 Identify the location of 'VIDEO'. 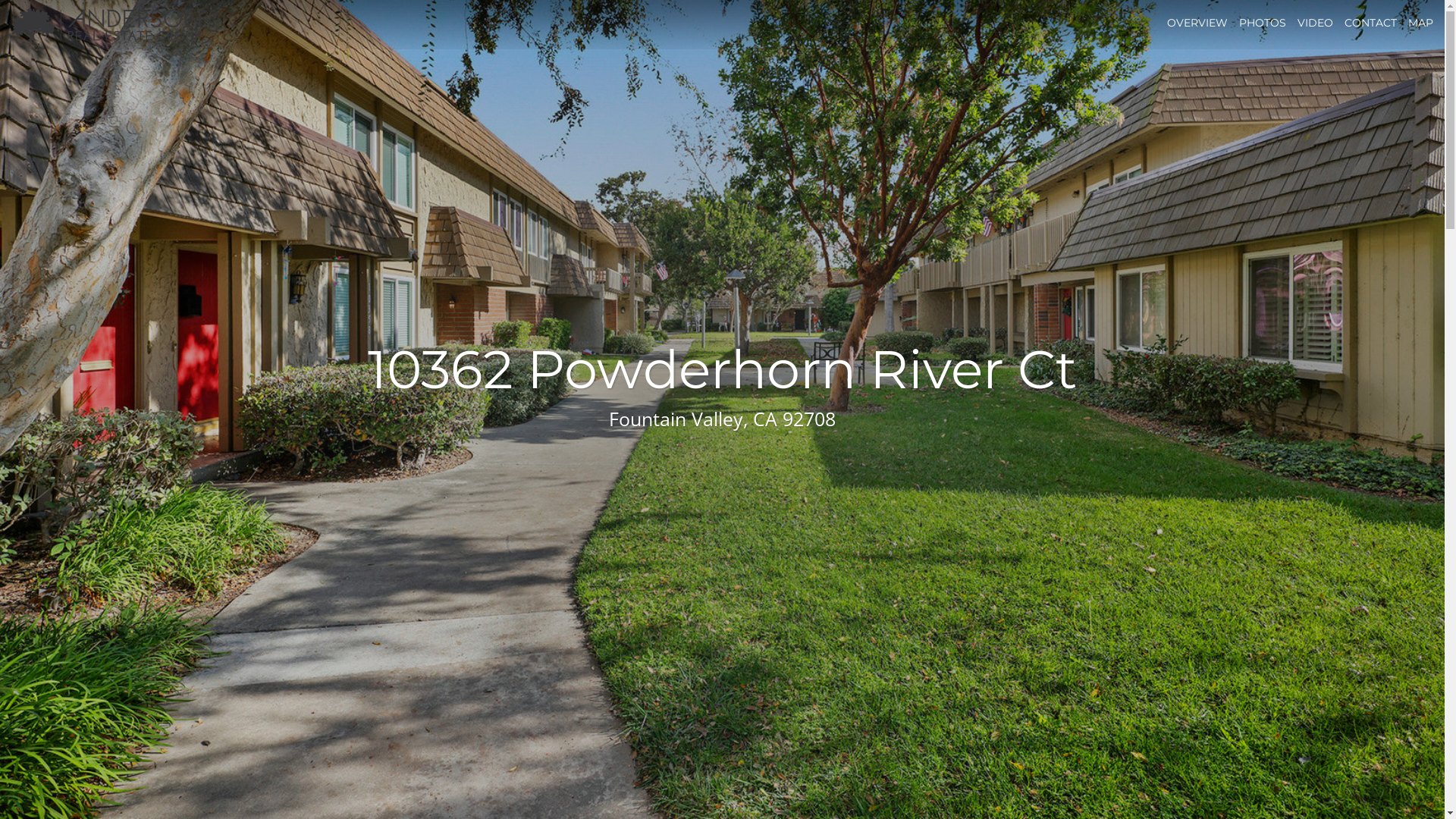
(1296, 23).